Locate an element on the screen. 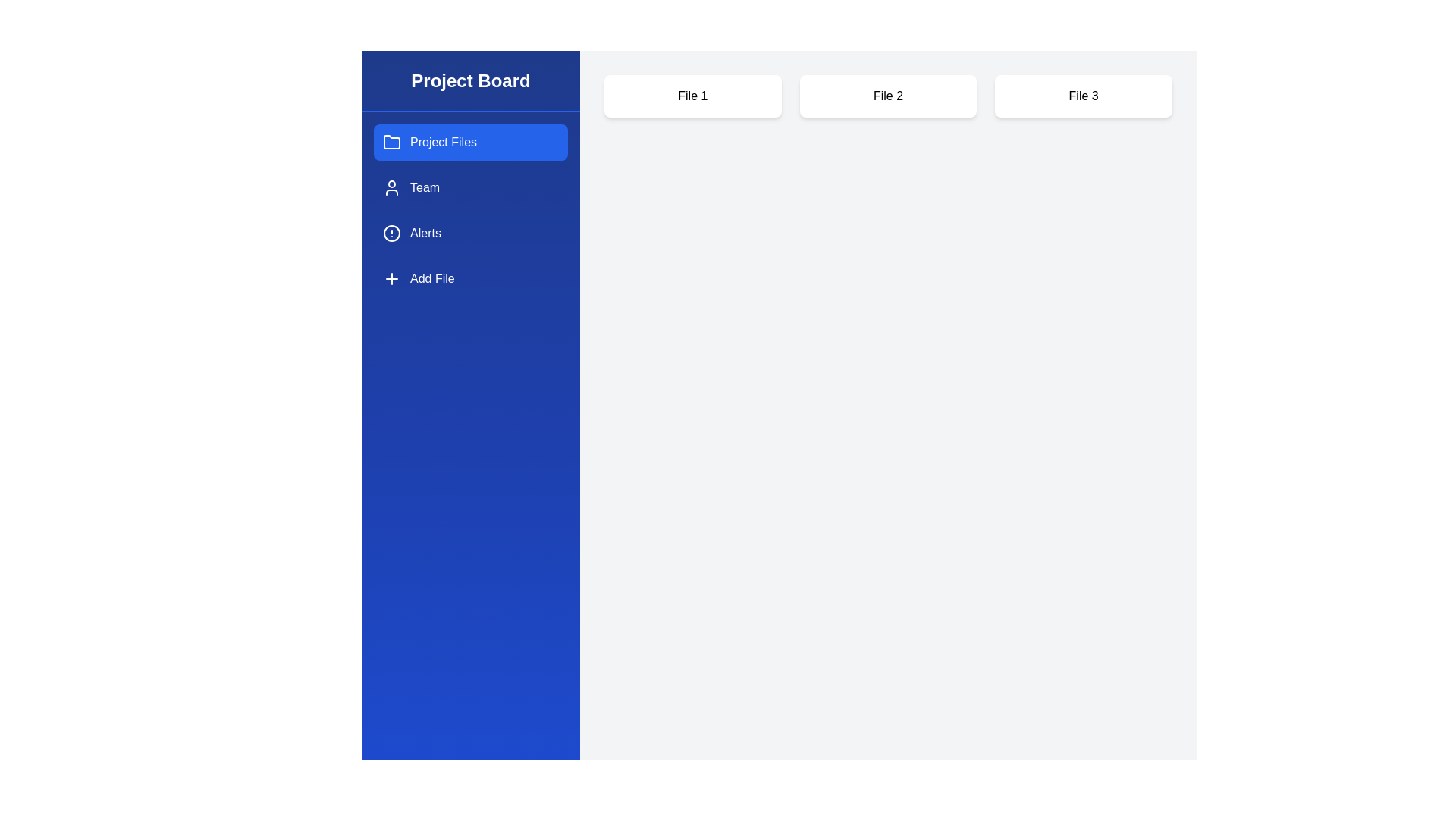  the circular icon in the navigation menu that represents the 'Alerts' button, which is styled in white against a dark blue background and located to the left of the 'Alerts' text is located at coordinates (392, 234).